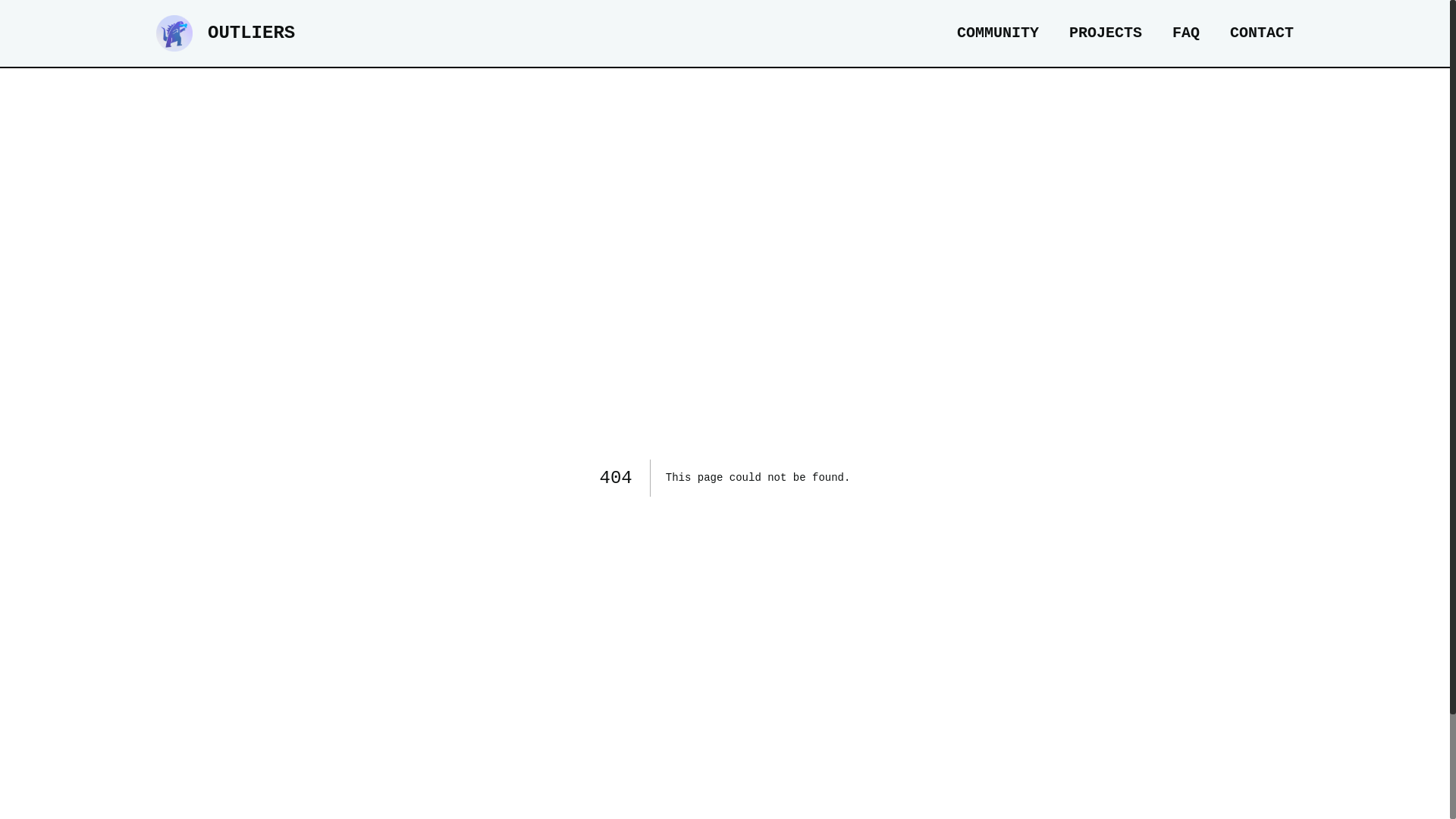  What do you see at coordinates (1068, 33) in the screenshot?
I see `'PROJECTS'` at bounding box center [1068, 33].